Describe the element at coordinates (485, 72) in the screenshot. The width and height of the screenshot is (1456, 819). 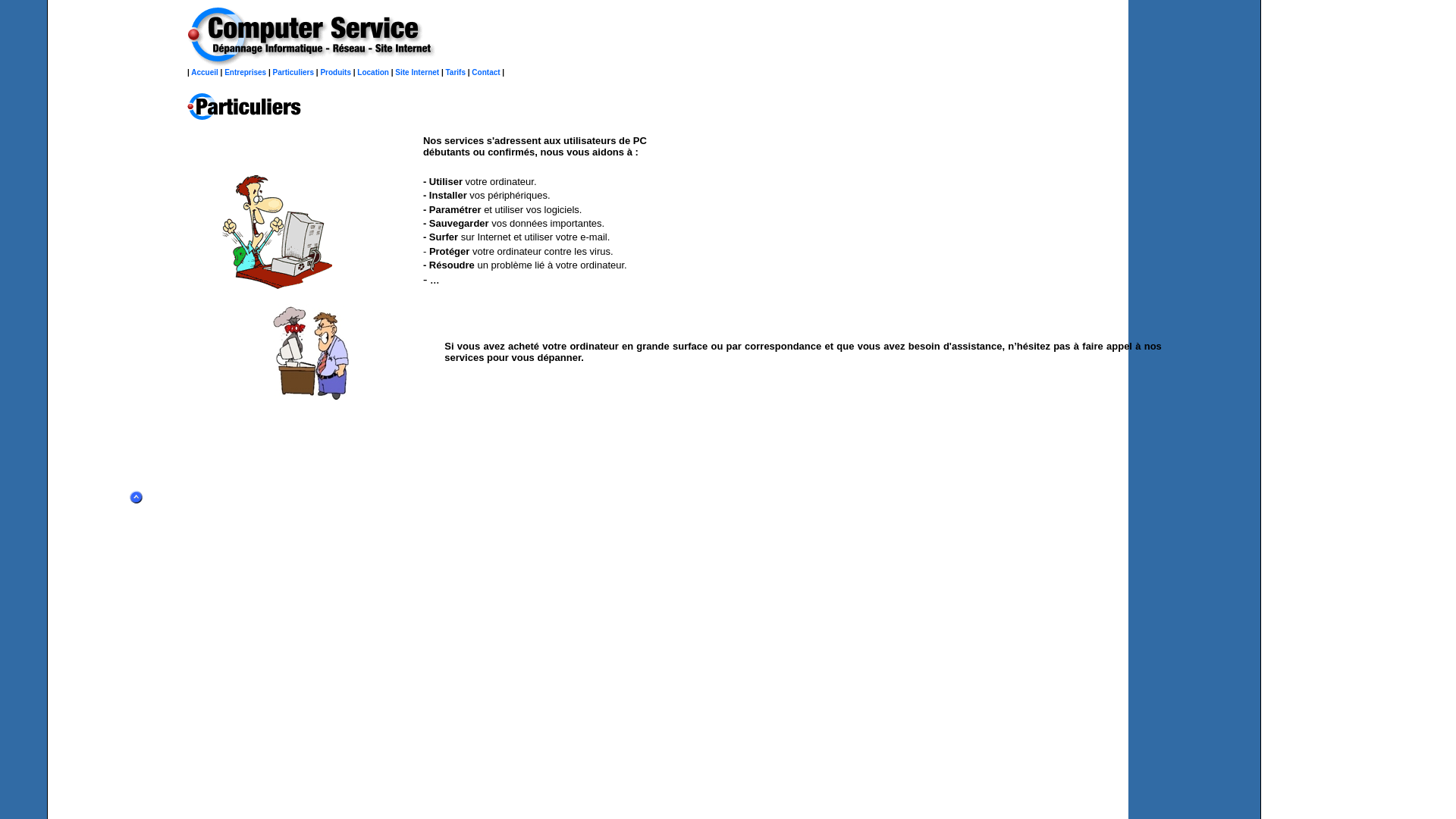
I see `'Contact'` at that location.